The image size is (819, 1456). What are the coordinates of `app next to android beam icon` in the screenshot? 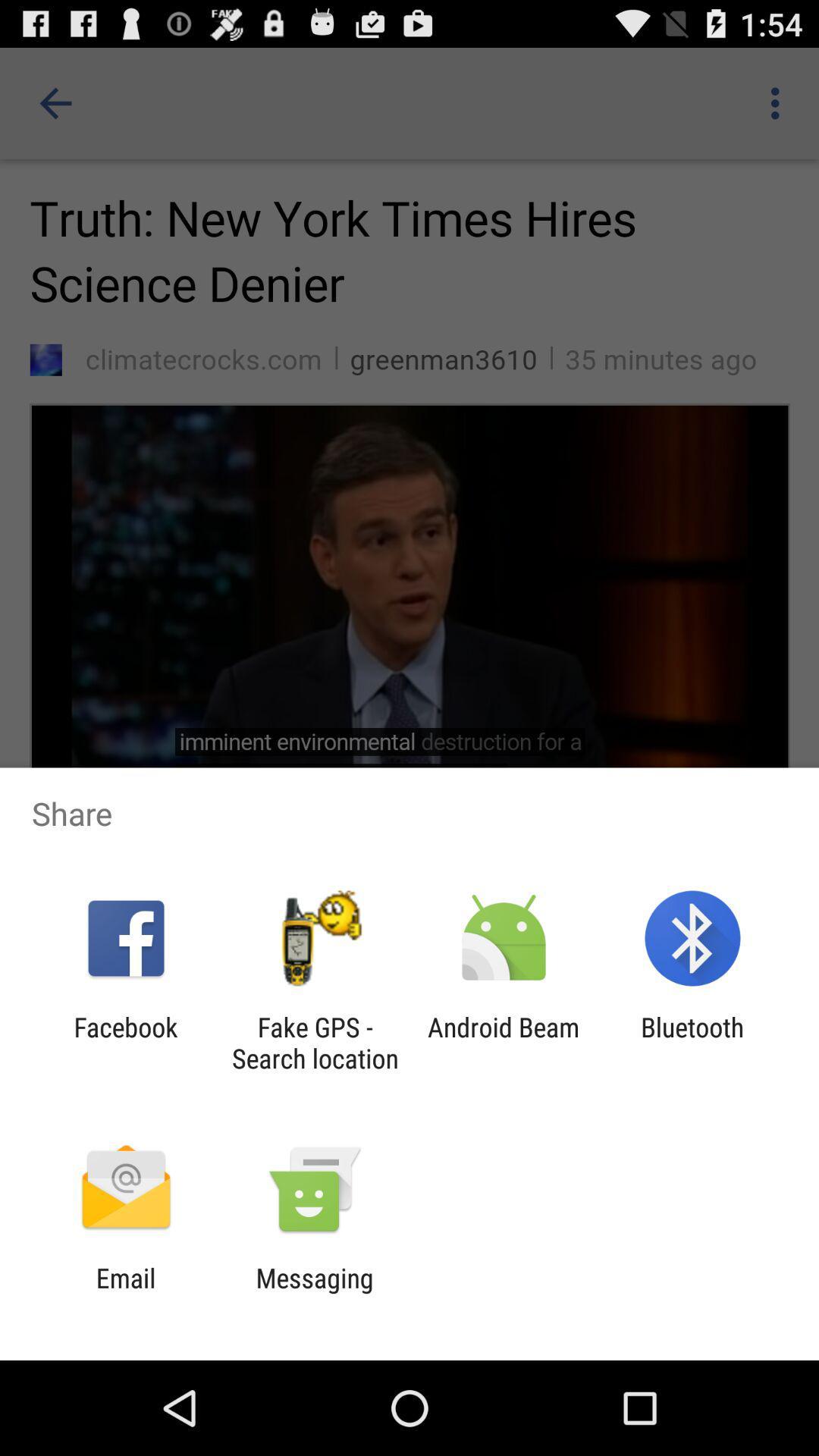 It's located at (314, 1042).